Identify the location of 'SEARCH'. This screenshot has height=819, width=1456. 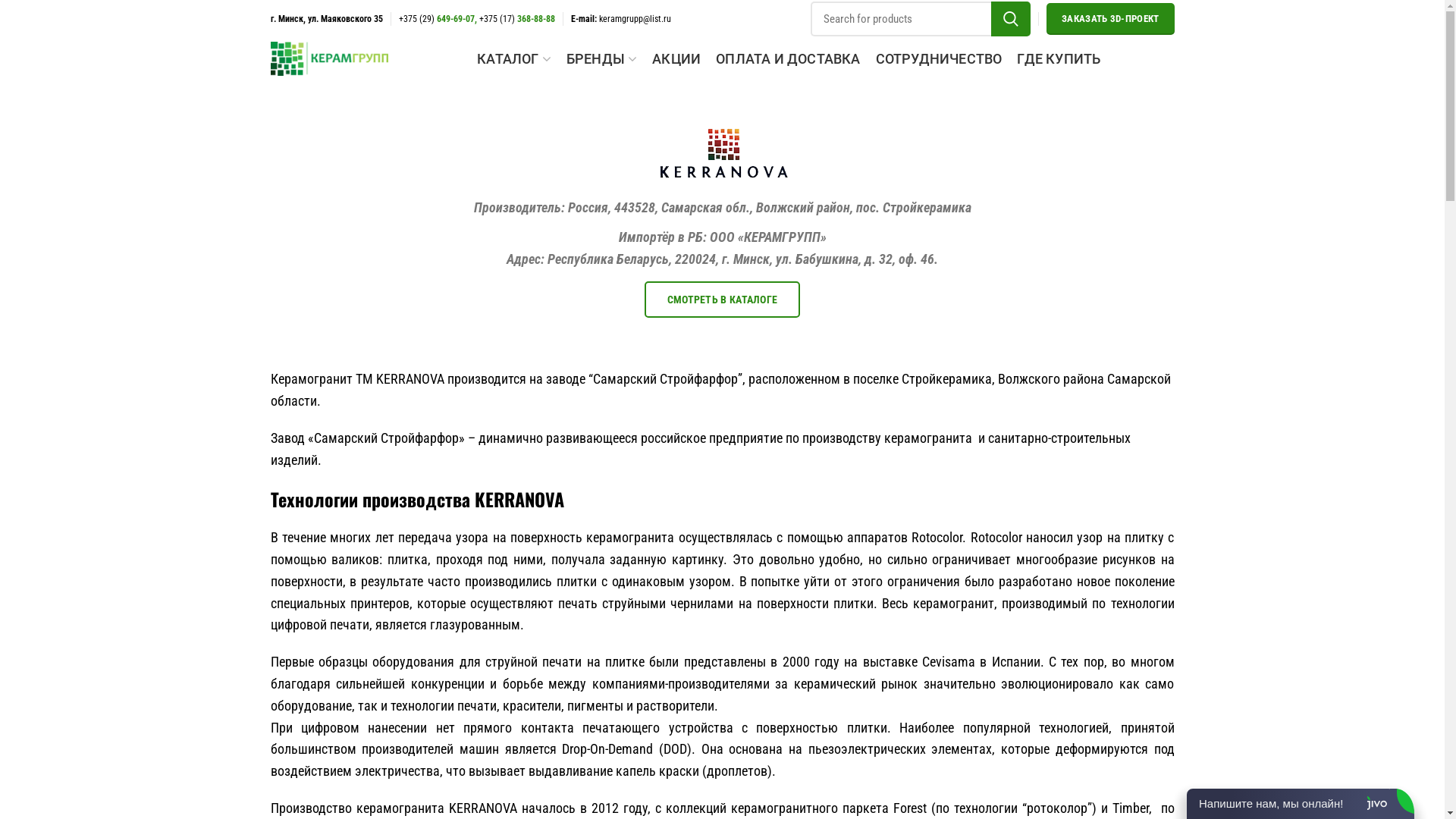
(990, 18).